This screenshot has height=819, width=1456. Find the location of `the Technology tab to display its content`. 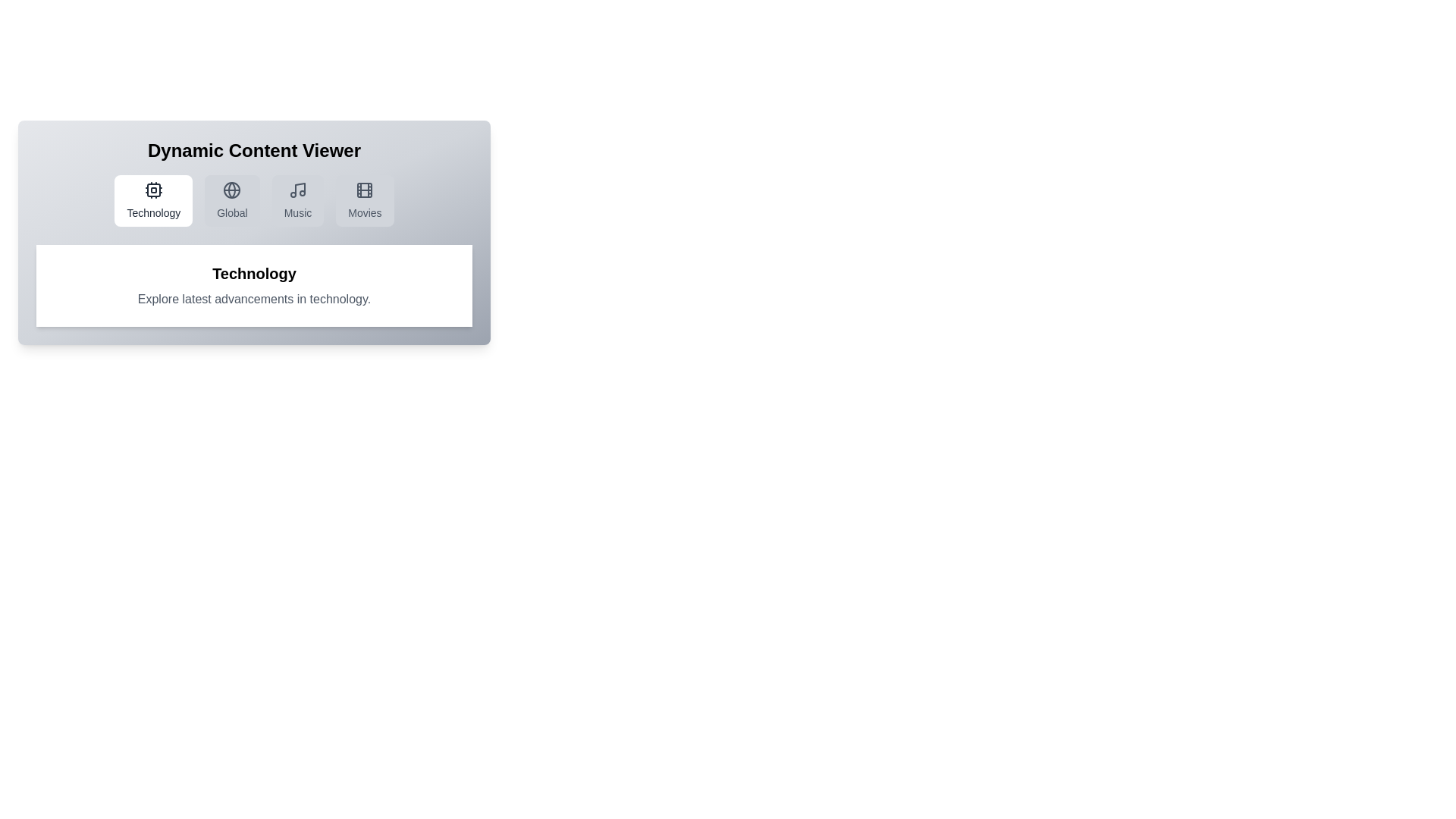

the Technology tab to display its content is located at coordinates (152, 200).